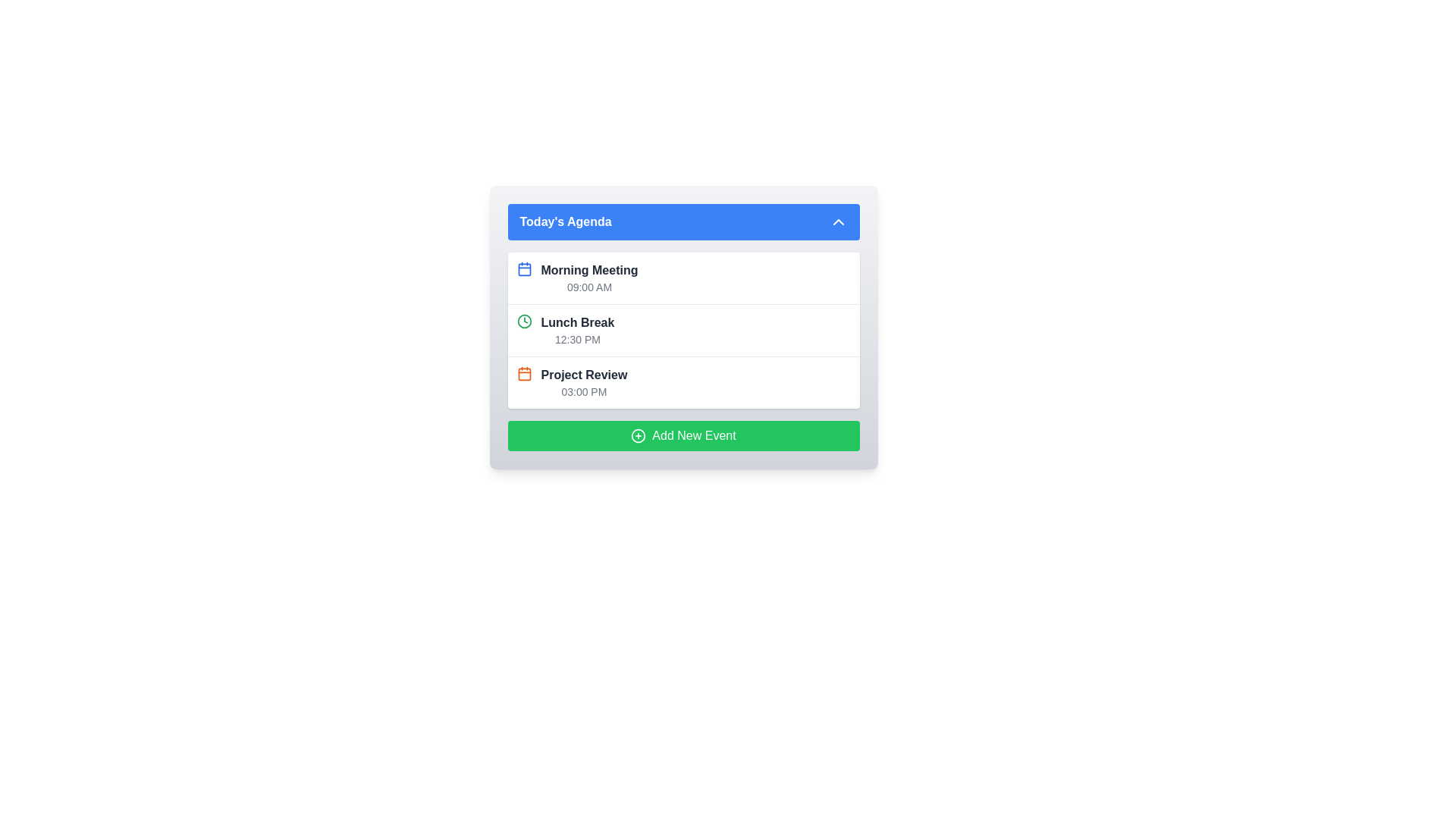 The image size is (1456, 819). What do you see at coordinates (524, 321) in the screenshot?
I see `the circular graphical element representing the clock symbol for the 'Lunch Break' entry in the agenda` at bounding box center [524, 321].